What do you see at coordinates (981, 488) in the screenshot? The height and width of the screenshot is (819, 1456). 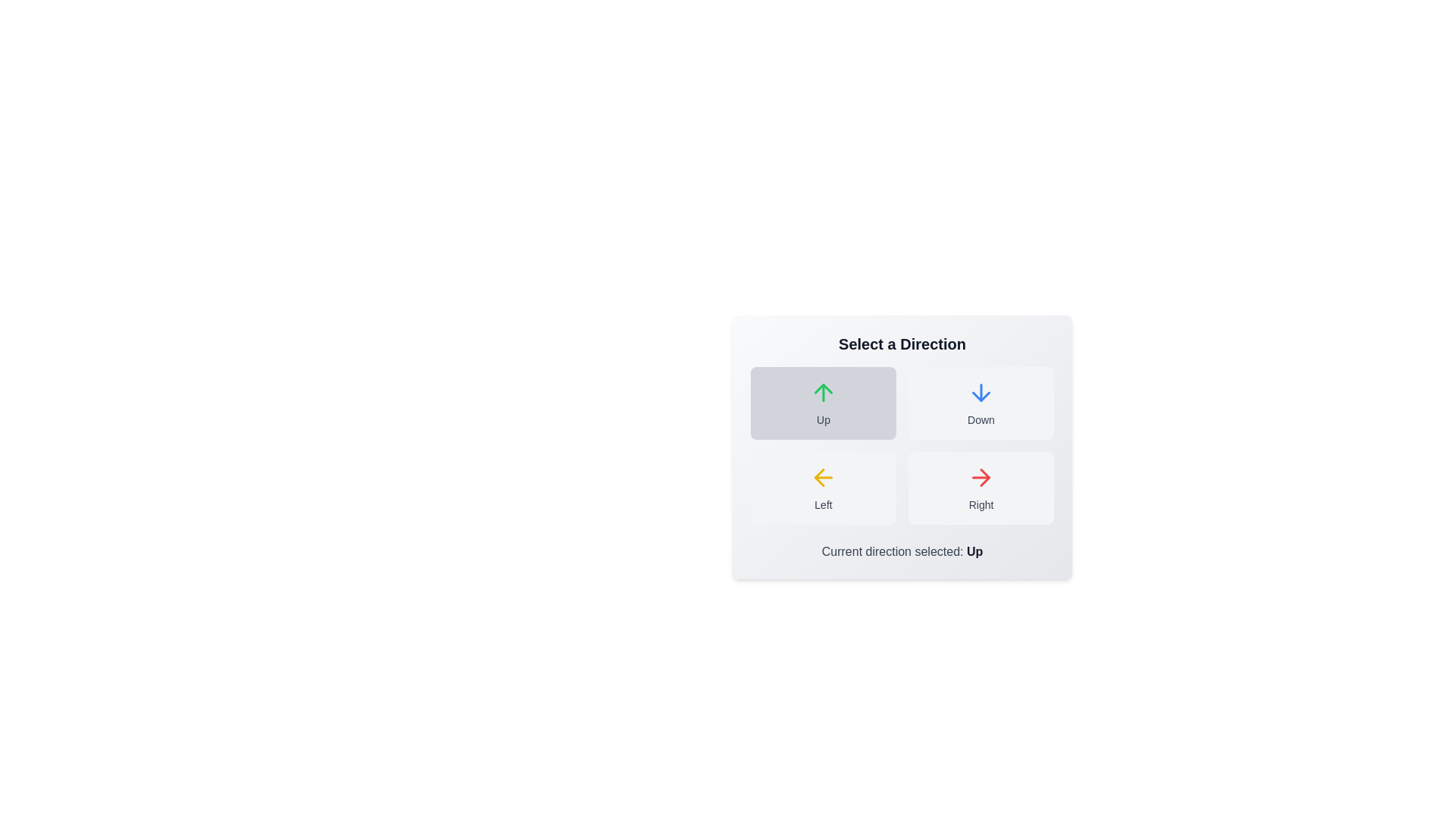 I see `the button corresponding to the direction Right` at bounding box center [981, 488].